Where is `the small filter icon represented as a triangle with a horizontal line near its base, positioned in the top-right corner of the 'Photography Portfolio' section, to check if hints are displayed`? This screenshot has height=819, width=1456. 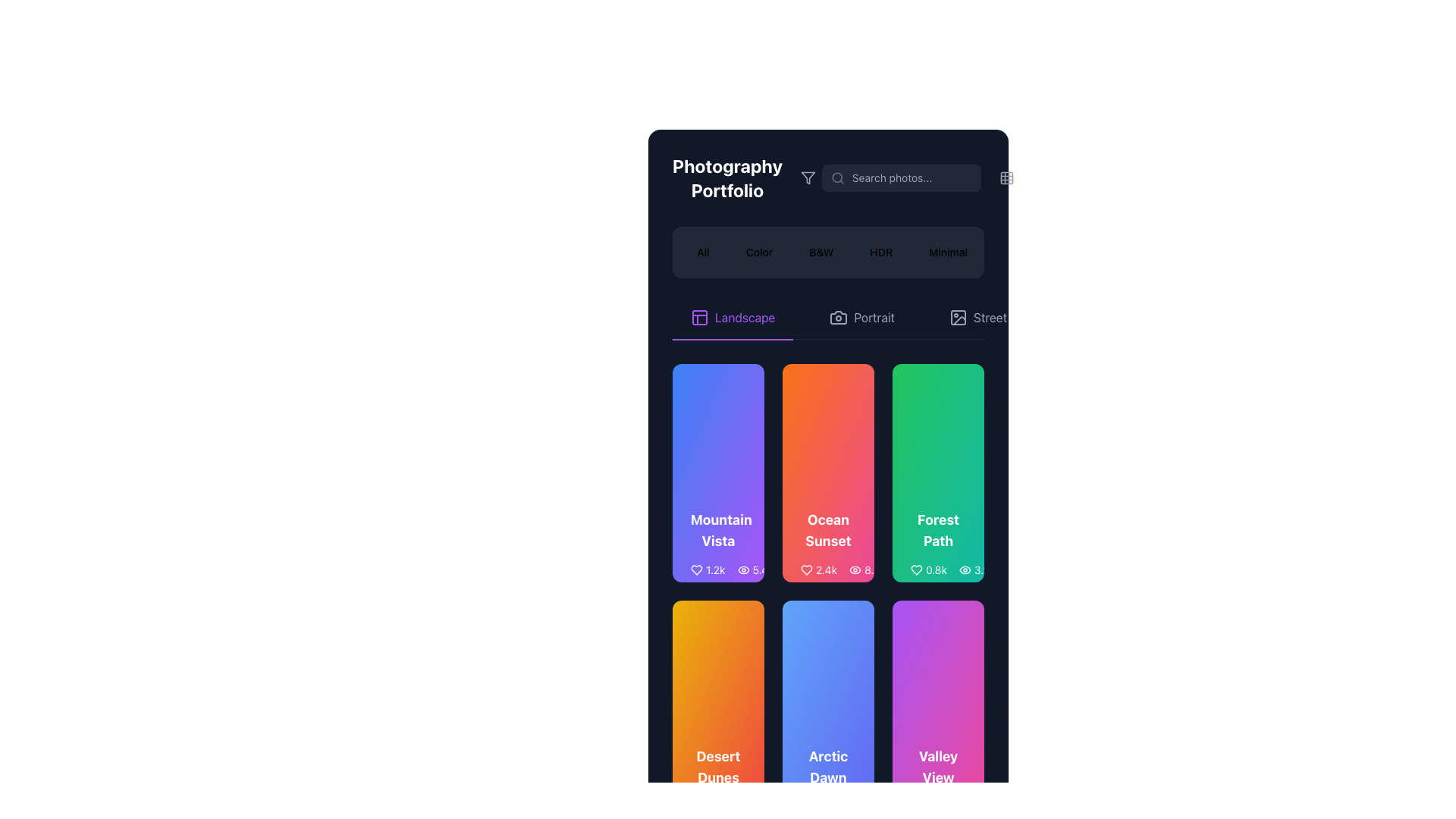 the small filter icon represented as a triangle with a horizontal line near its base, positioned in the top-right corner of the 'Photography Portfolio' section, to check if hints are displayed is located at coordinates (807, 177).